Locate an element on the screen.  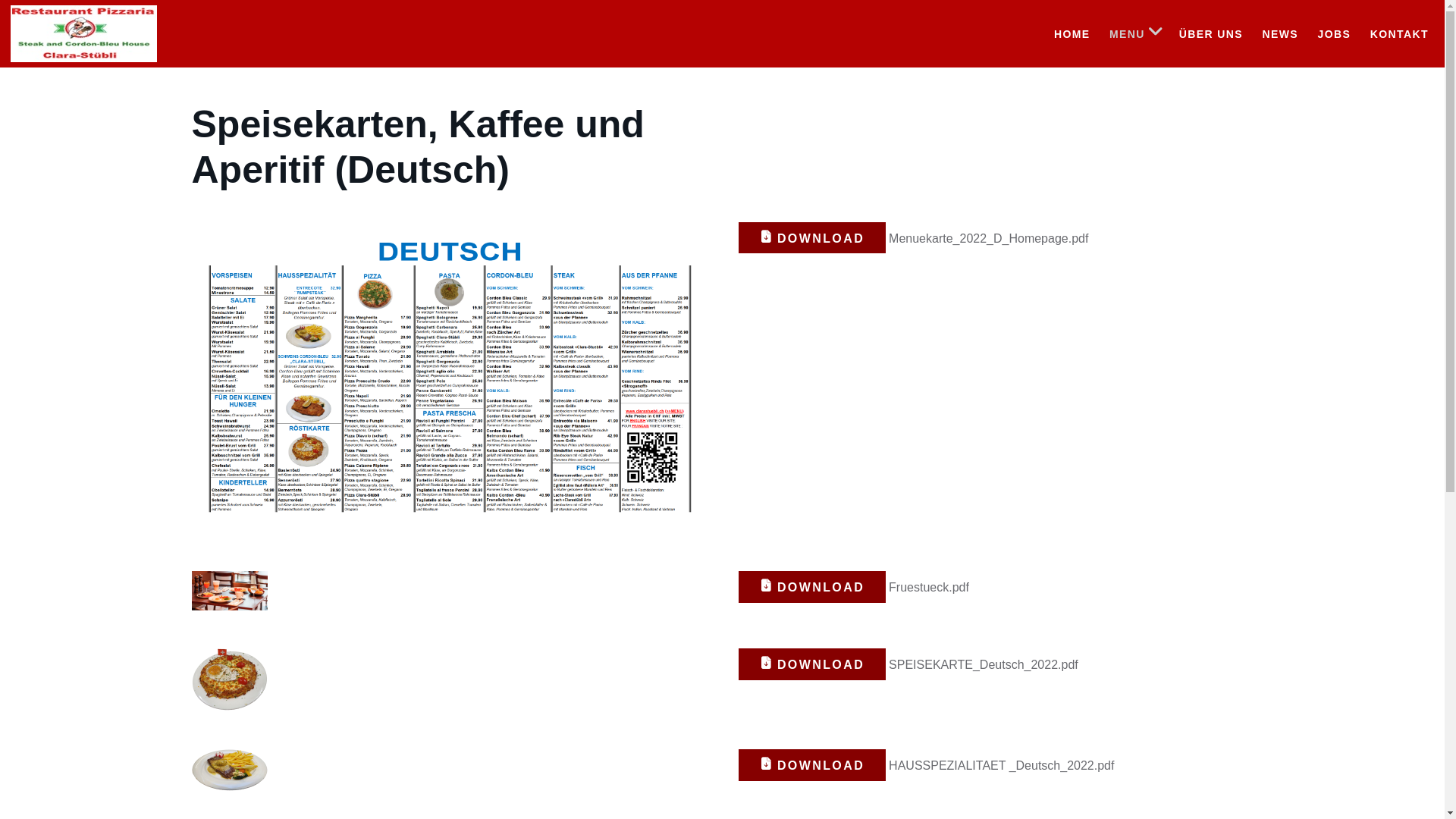
'HOME' is located at coordinates (1068, 33).